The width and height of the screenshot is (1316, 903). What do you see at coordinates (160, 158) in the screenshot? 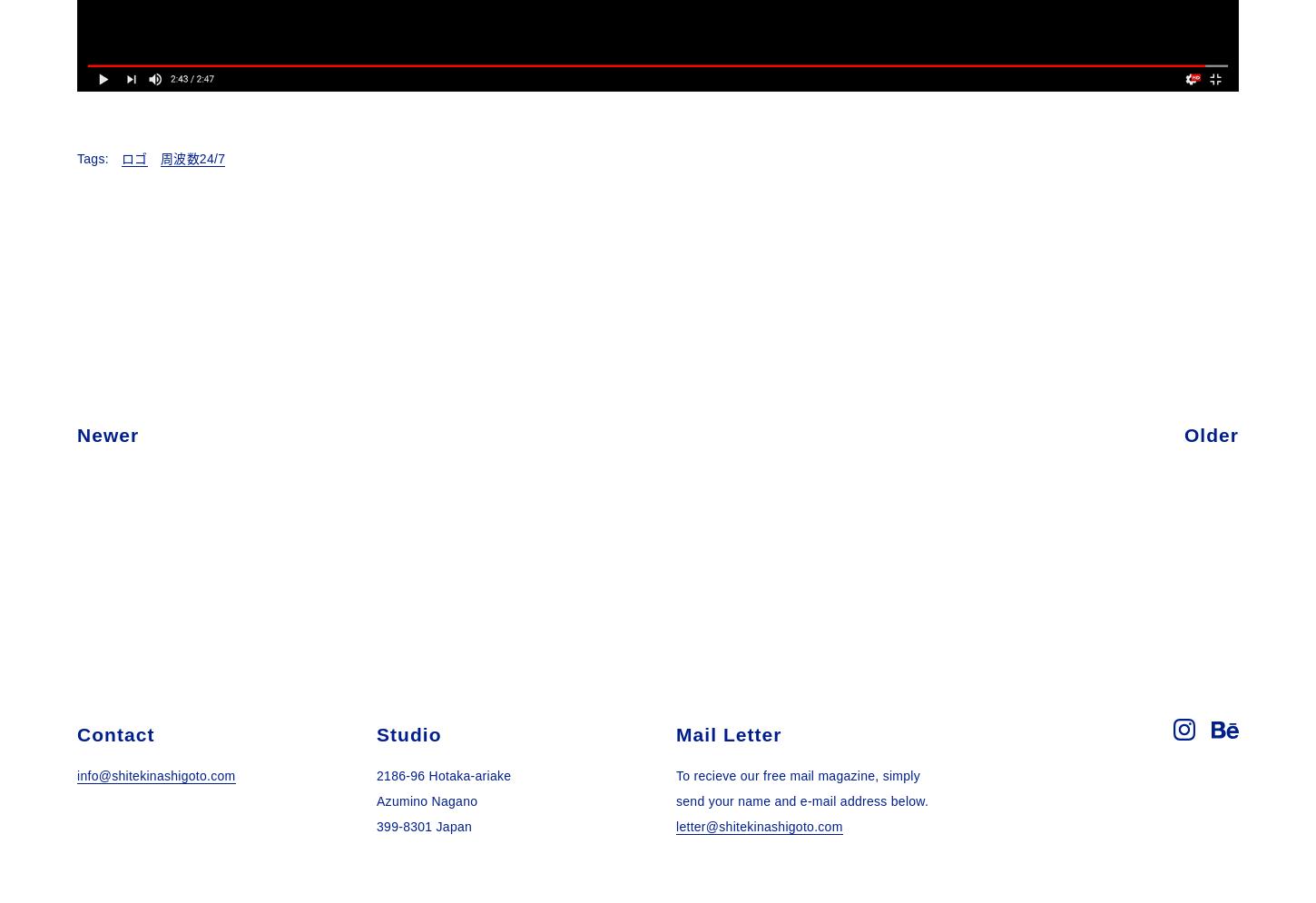
I see `'周波数24/7'` at bounding box center [160, 158].